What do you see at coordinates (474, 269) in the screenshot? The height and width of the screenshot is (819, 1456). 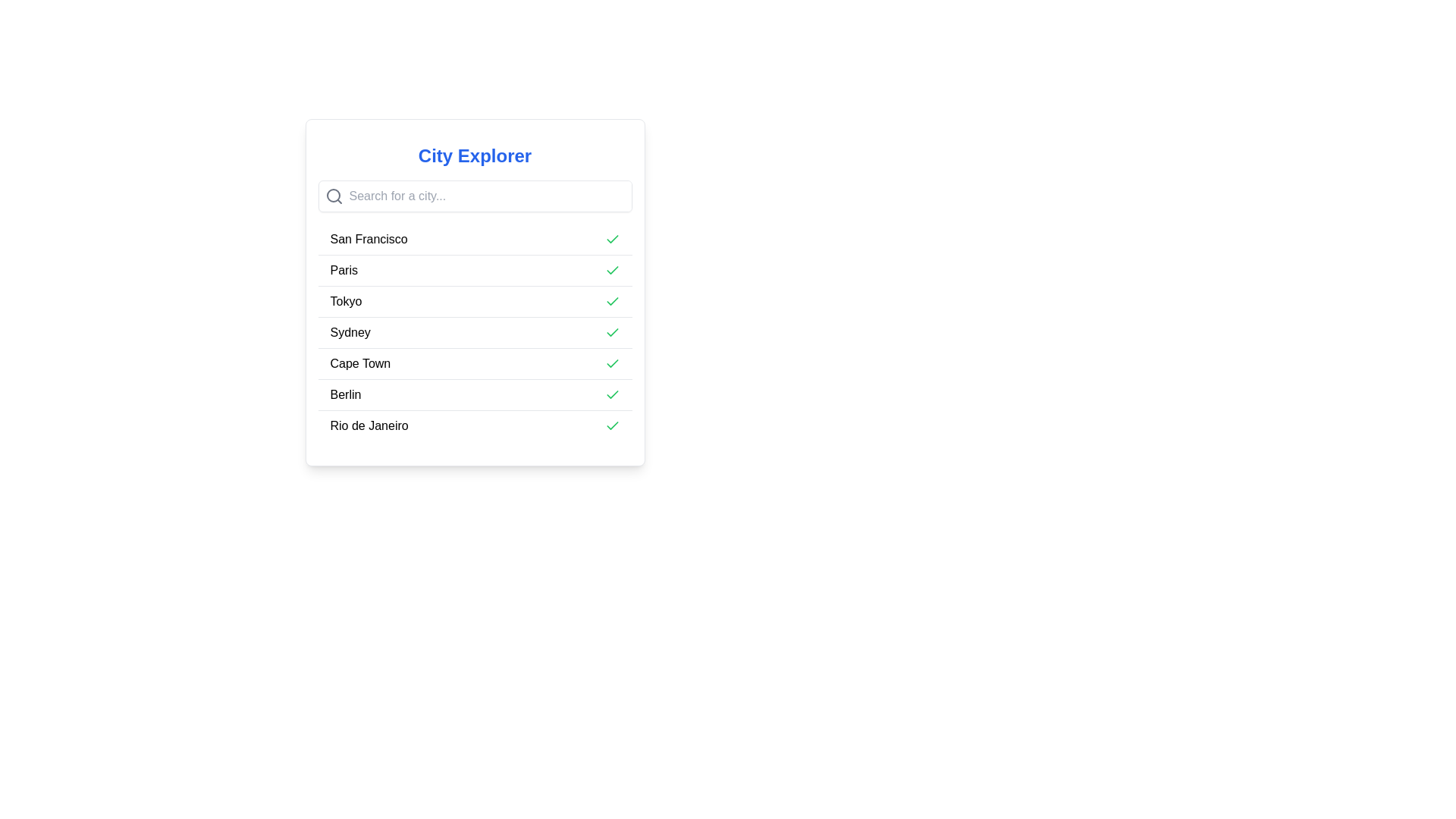 I see `the already selected city option in the list, which is the second item indicating it has a green check mark` at bounding box center [474, 269].